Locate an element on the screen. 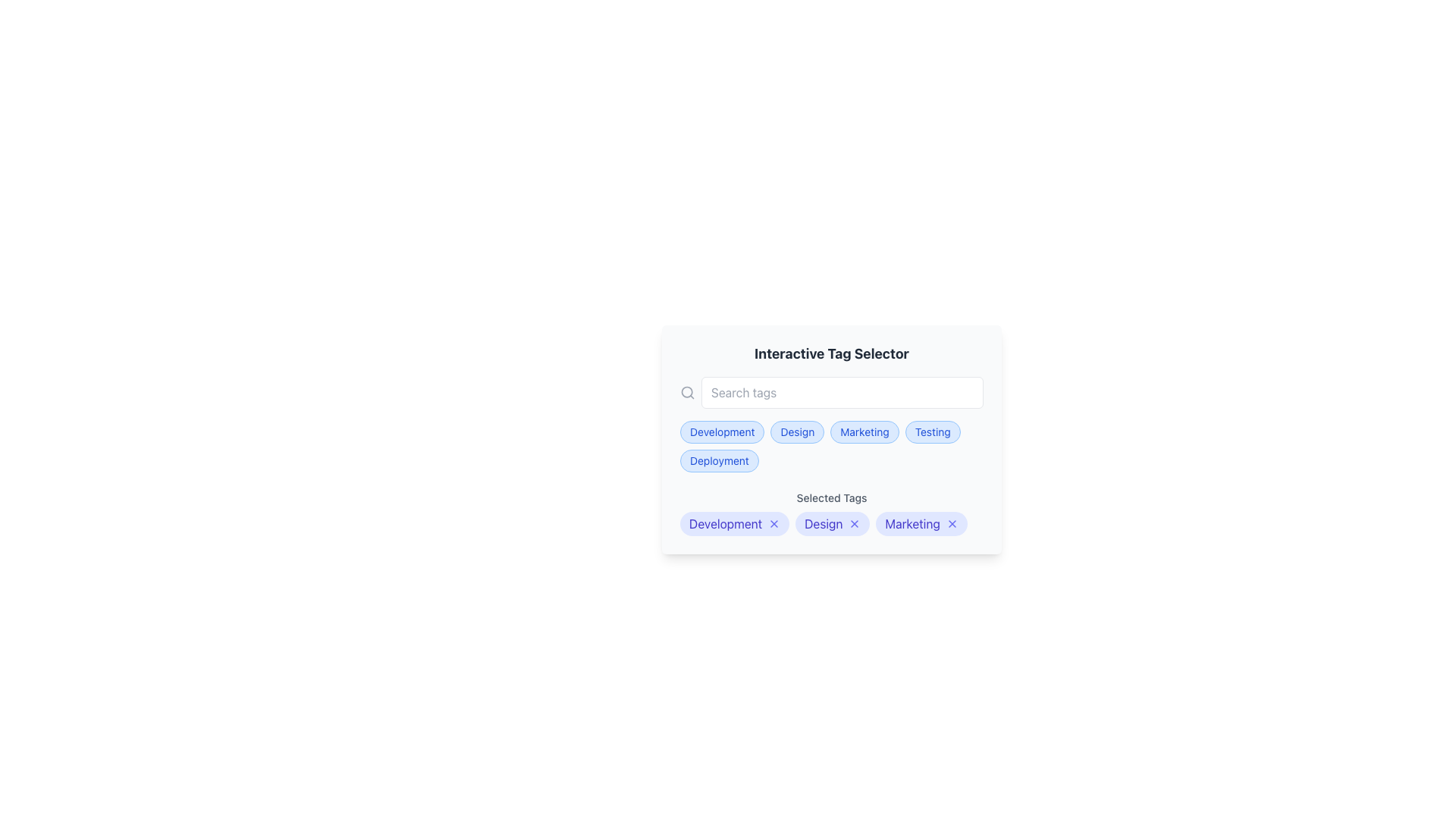 Image resolution: width=1456 pixels, height=819 pixels. the 'Design' button, which has a light blue background and is located between the 'Development' and 'Marketing' tags in a horizontal row of buttons is located at coordinates (796, 432).